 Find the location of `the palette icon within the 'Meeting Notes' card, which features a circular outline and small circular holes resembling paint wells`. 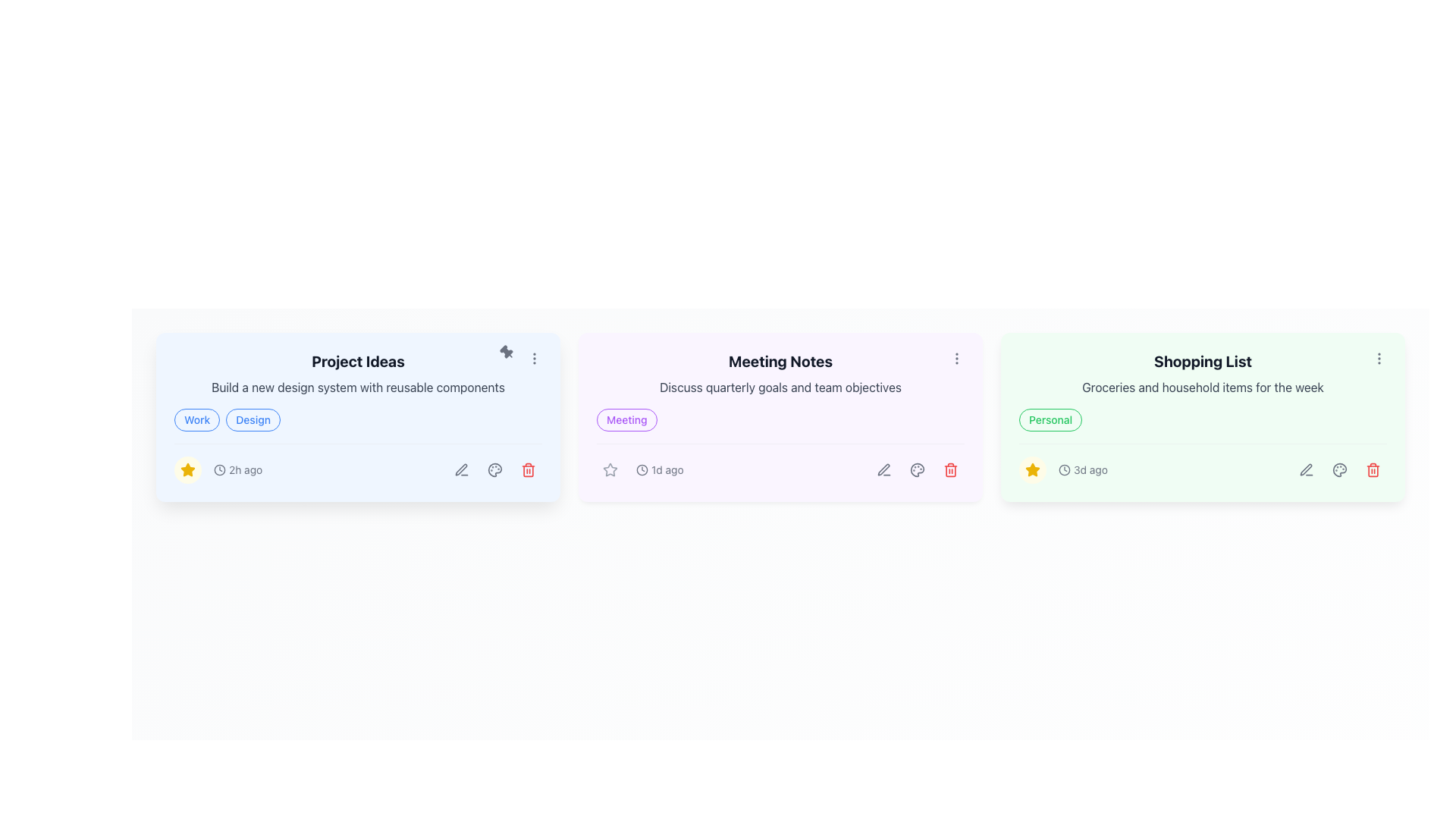

the palette icon within the 'Meeting Notes' card, which features a circular outline and small circular holes resembling paint wells is located at coordinates (916, 469).